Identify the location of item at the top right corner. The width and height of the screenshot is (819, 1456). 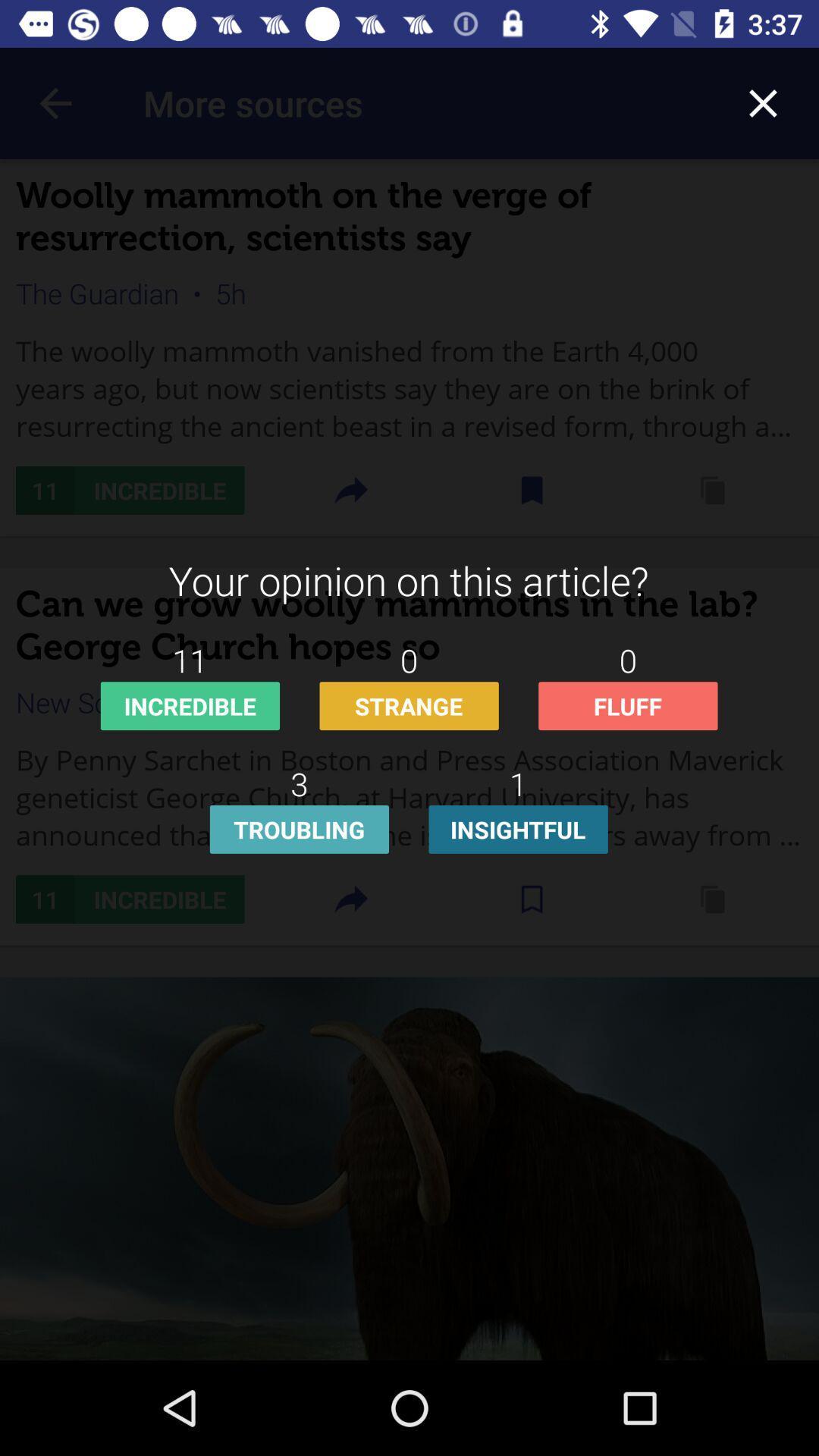
(763, 102).